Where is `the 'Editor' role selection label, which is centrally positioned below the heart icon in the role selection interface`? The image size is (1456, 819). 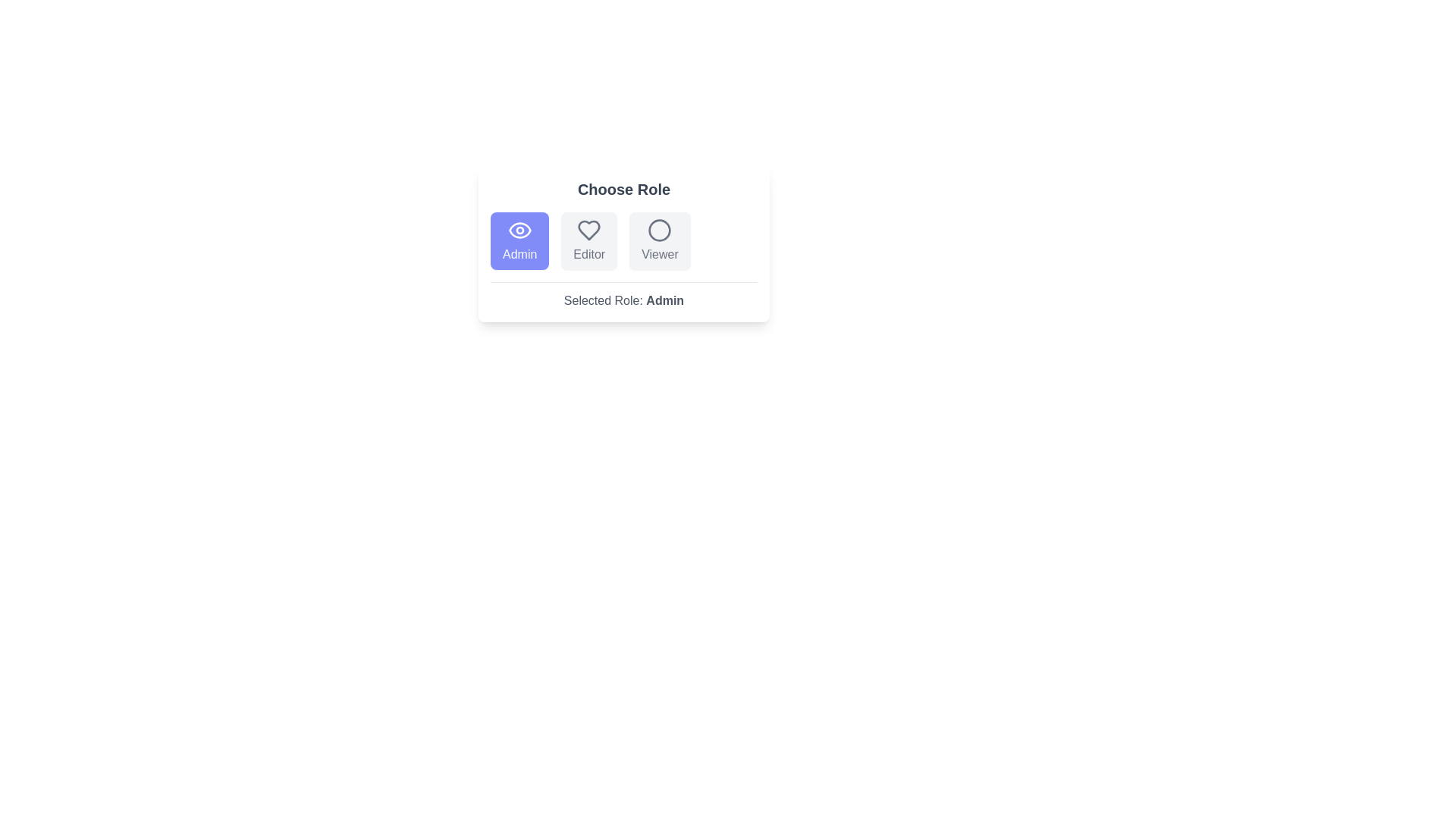 the 'Editor' role selection label, which is centrally positioned below the heart icon in the role selection interface is located at coordinates (588, 253).